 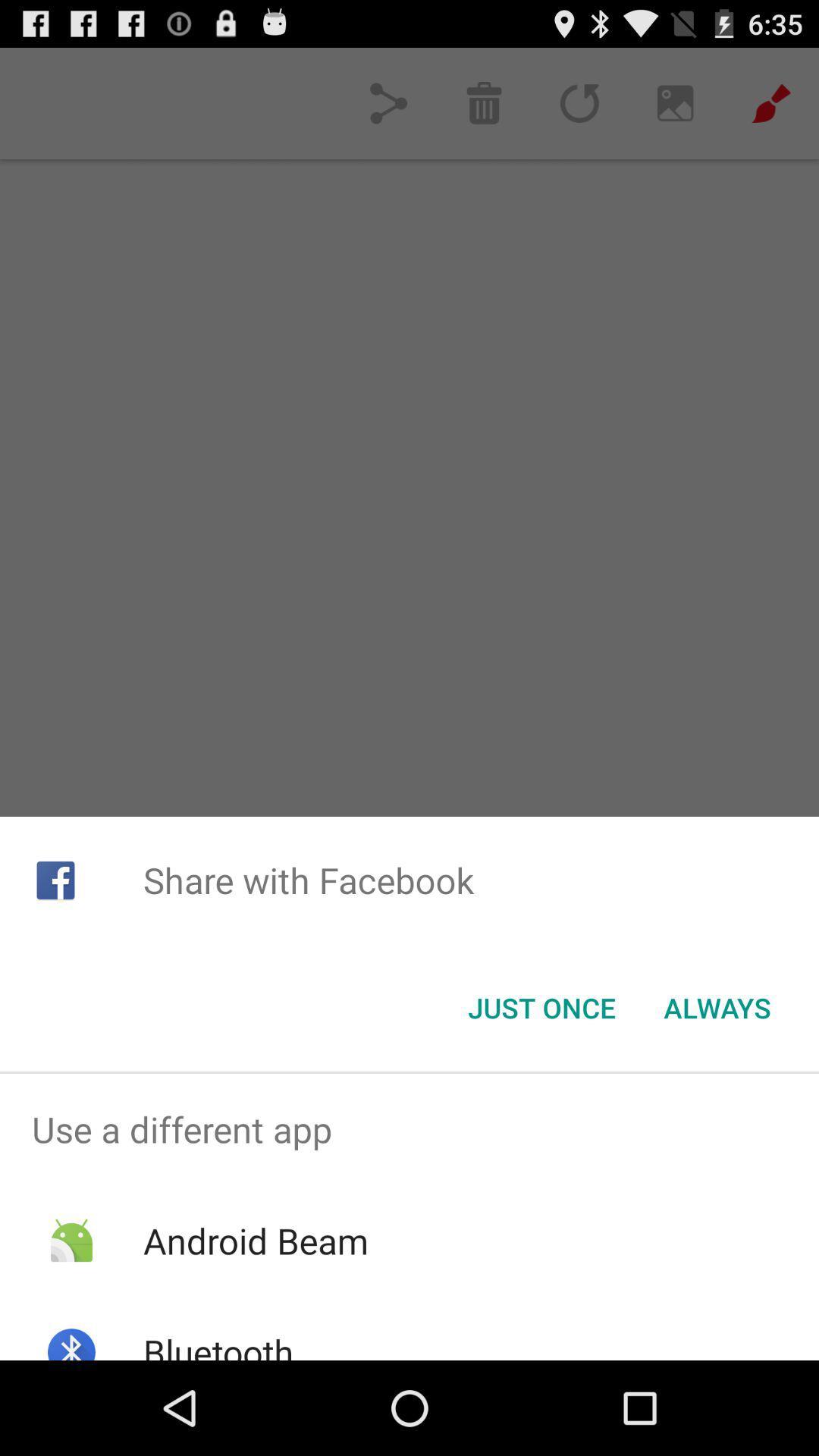 I want to click on the button at the bottom right corner, so click(x=717, y=1008).